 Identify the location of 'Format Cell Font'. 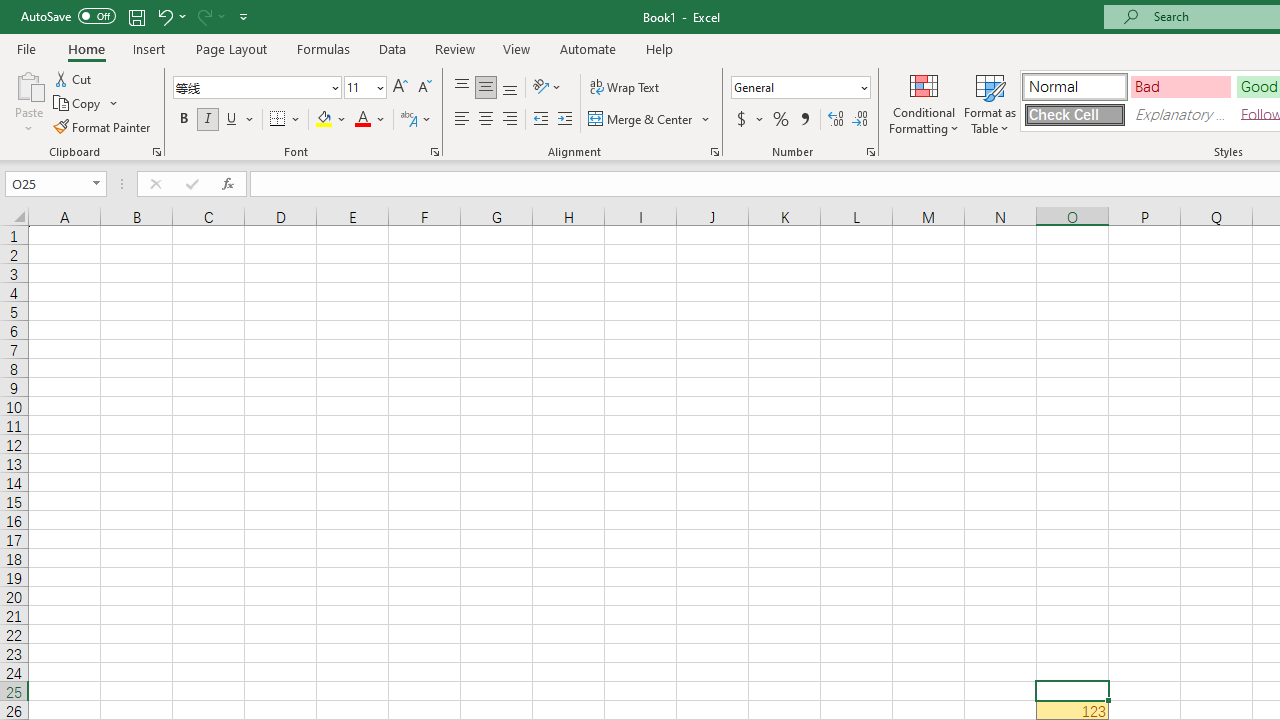
(434, 150).